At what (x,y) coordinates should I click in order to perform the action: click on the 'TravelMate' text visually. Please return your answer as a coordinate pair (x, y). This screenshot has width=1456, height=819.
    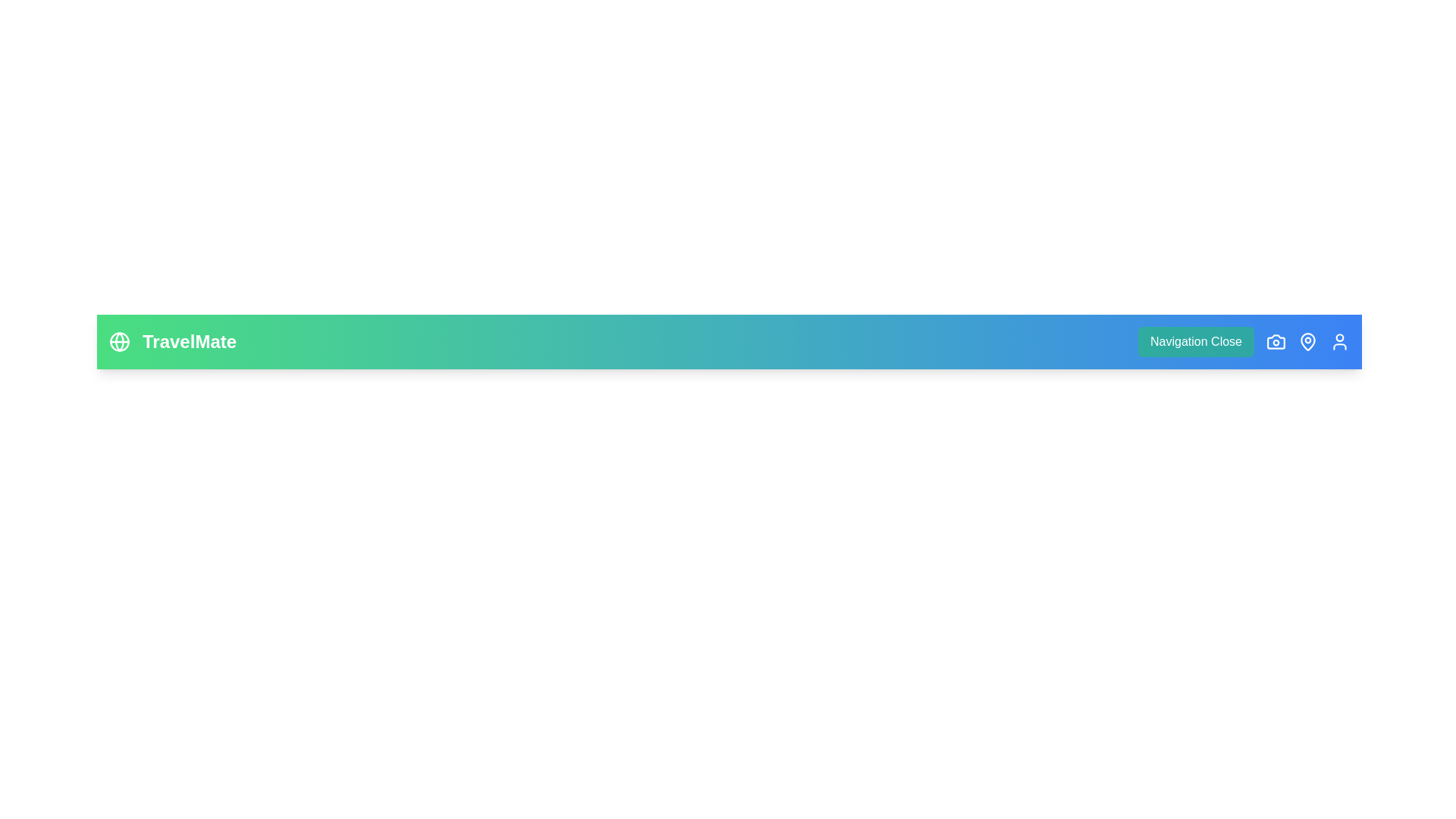
    Looking at the image, I should click on (188, 342).